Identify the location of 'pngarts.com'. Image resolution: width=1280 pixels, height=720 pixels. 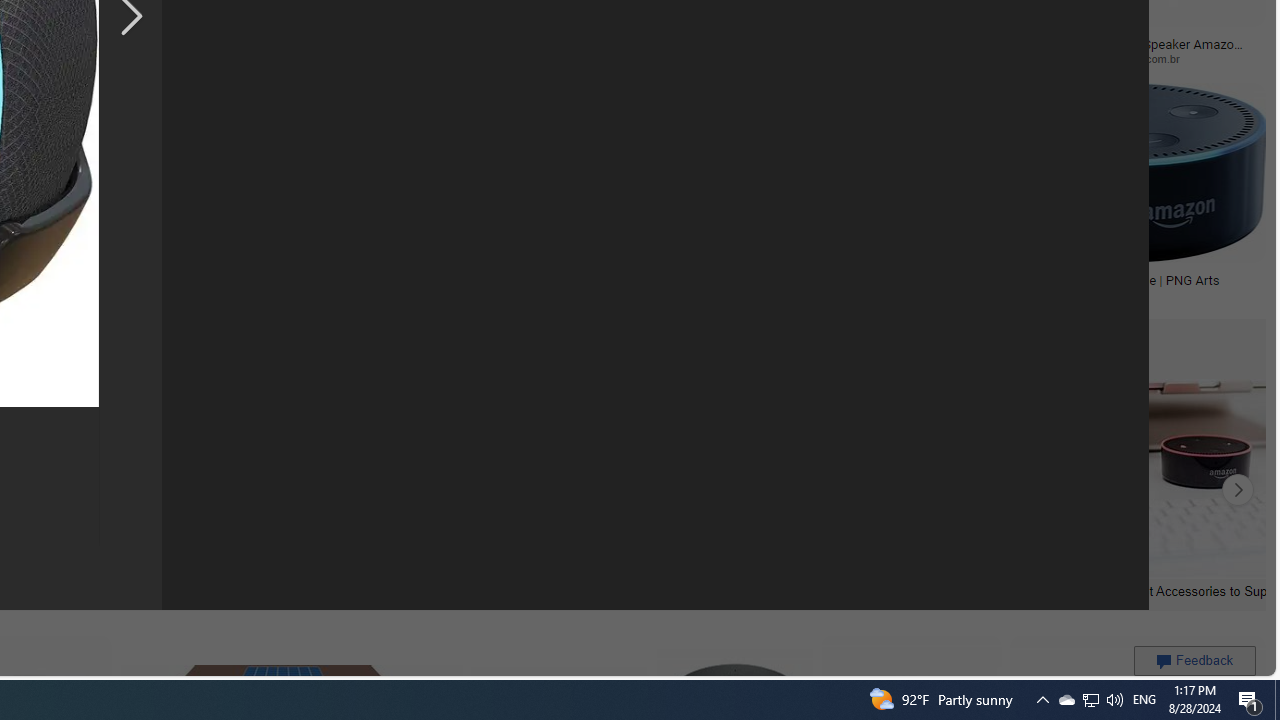
(1123, 295).